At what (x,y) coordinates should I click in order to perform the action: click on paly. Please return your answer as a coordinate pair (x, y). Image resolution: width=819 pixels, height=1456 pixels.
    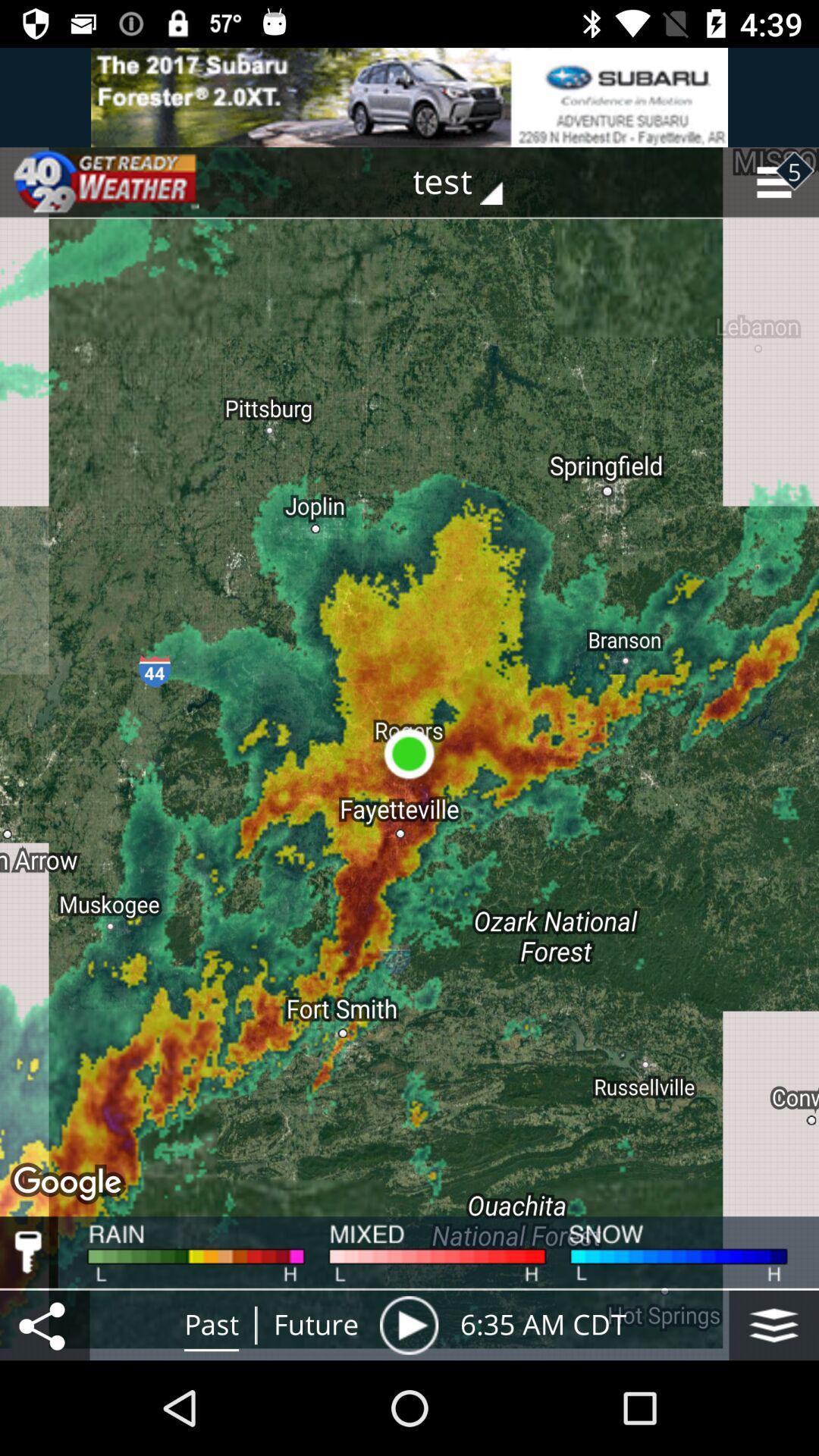
    Looking at the image, I should click on (408, 1324).